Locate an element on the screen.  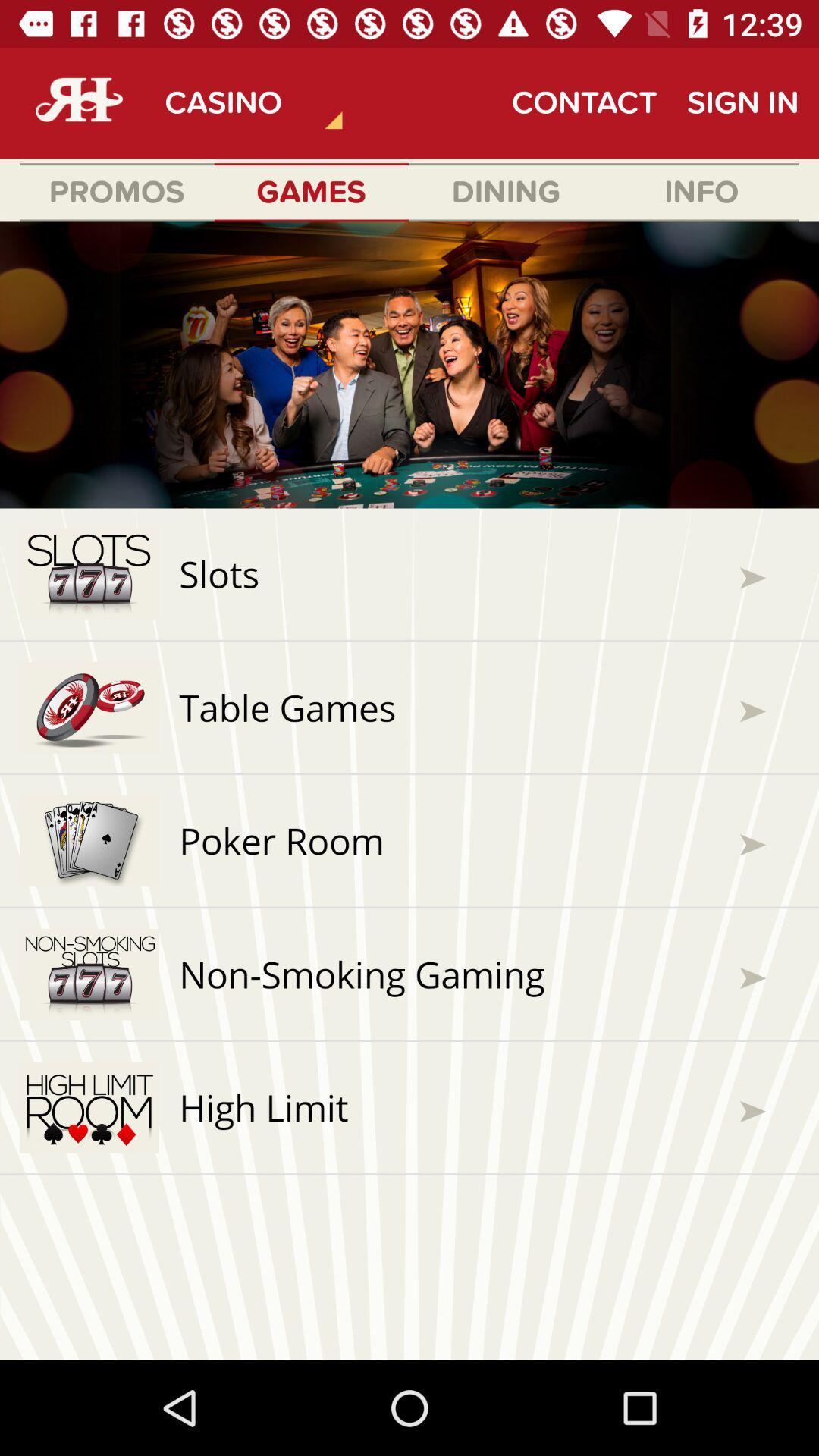
game is located at coordinates (409, 790).